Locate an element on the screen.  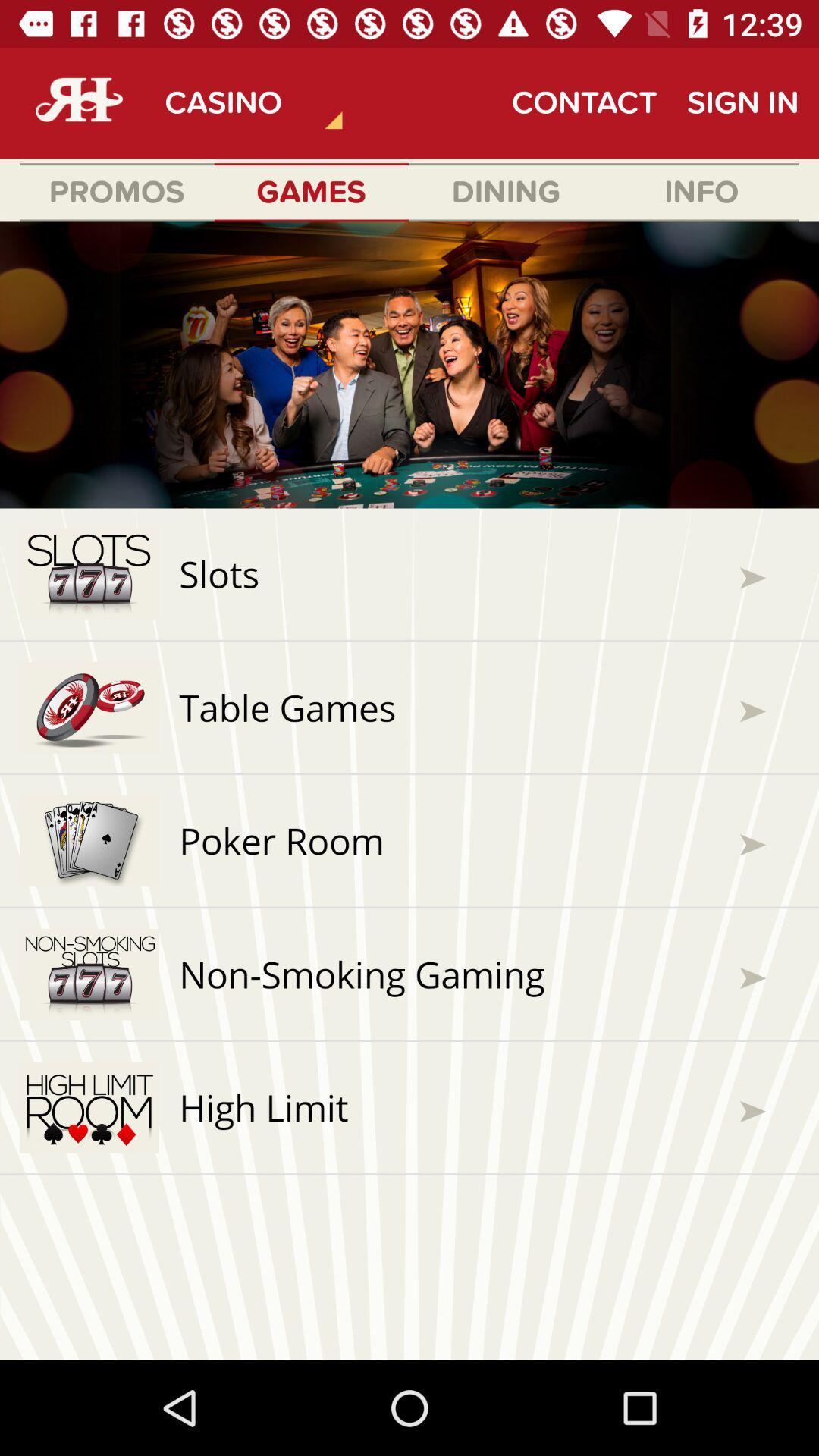
game is located at coordinates (409, 790).